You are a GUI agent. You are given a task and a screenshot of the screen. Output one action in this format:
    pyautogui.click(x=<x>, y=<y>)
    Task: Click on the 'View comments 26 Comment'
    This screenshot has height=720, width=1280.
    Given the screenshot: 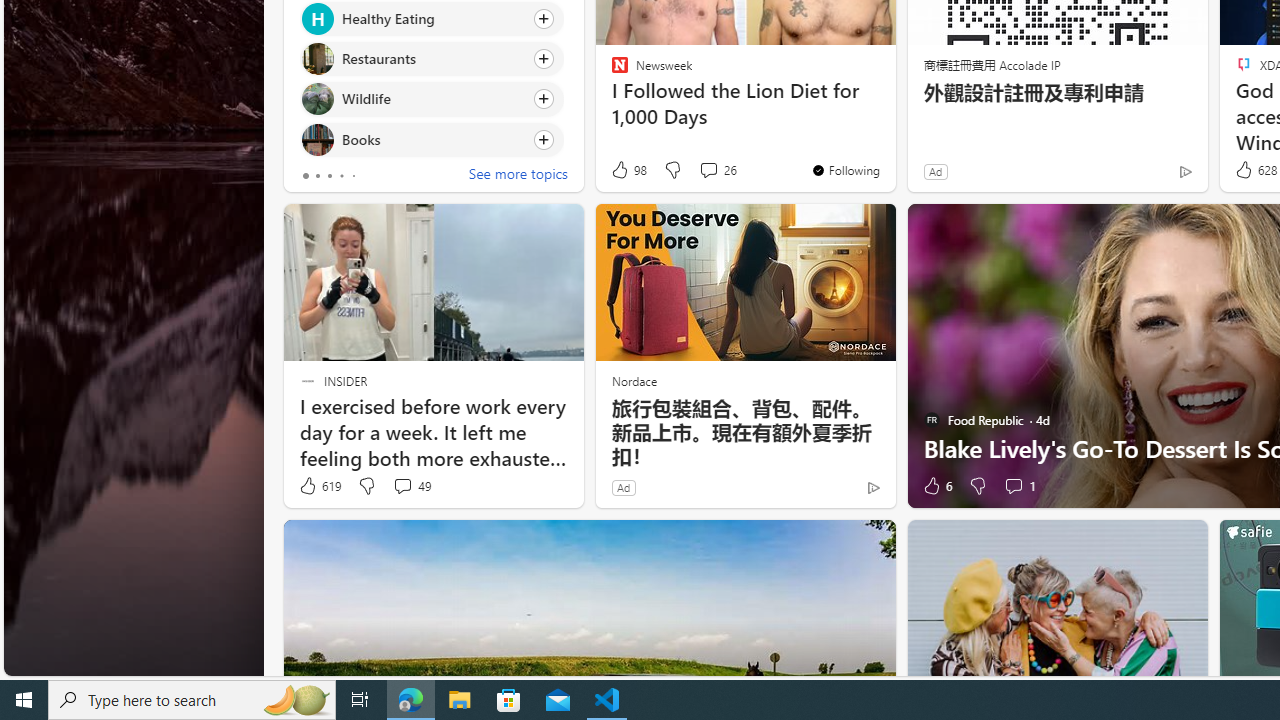 What is the action you would take?
    pyautogui.click(x=717, y=169)
    